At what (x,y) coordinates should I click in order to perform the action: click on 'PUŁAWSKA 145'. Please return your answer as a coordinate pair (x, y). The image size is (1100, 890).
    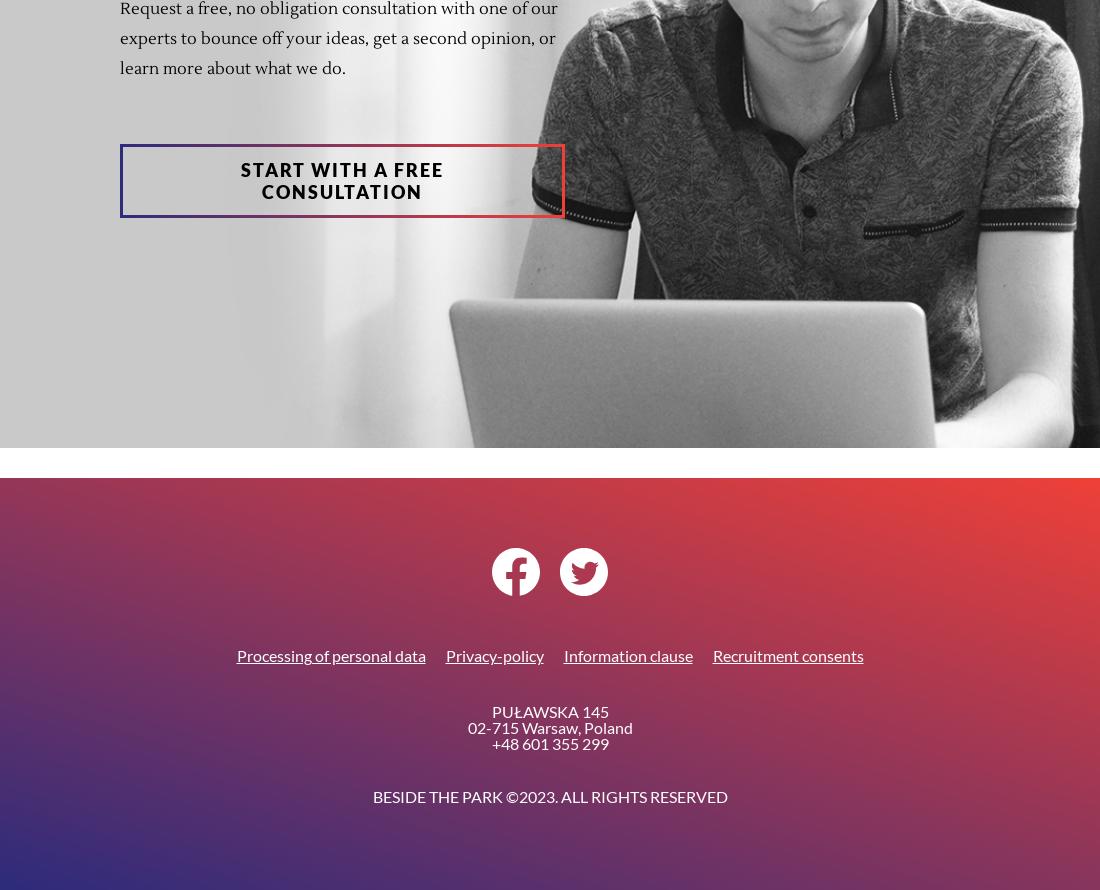
    Looking at the image, I should click on (549, 710).